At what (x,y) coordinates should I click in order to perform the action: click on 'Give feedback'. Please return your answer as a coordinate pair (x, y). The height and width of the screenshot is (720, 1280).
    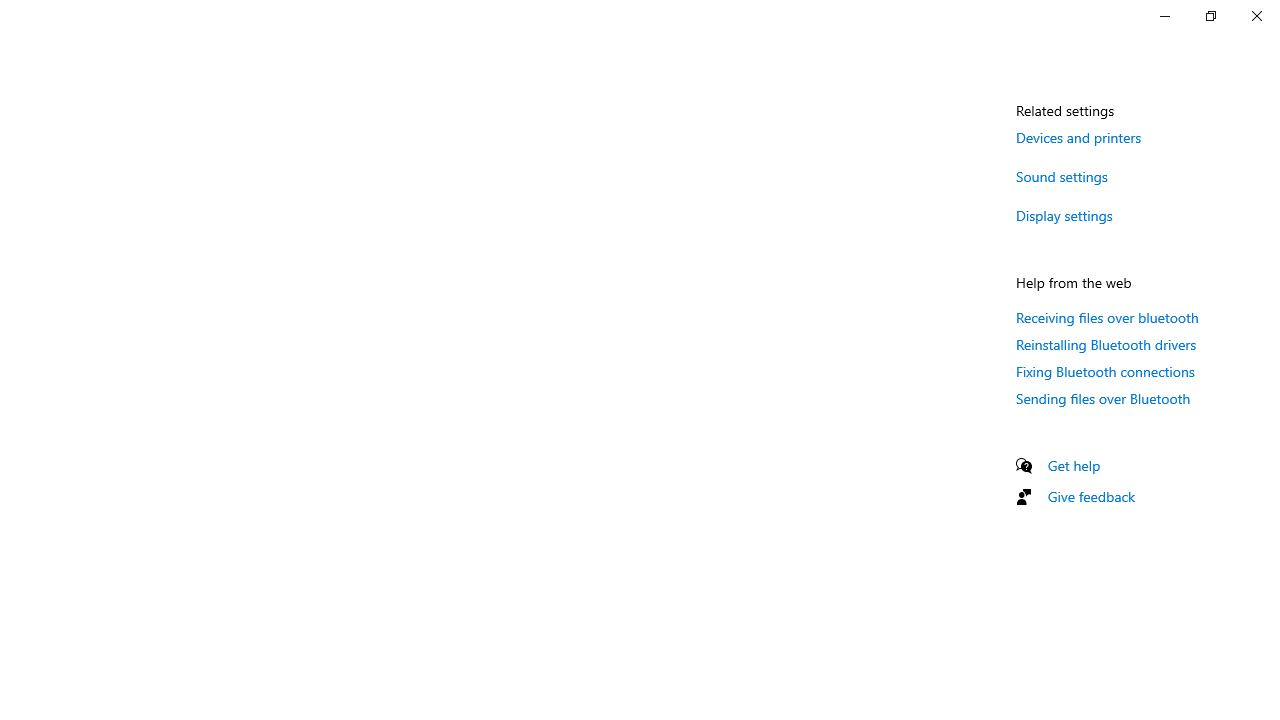
    Looking at the image, I should click on (1090, 495).